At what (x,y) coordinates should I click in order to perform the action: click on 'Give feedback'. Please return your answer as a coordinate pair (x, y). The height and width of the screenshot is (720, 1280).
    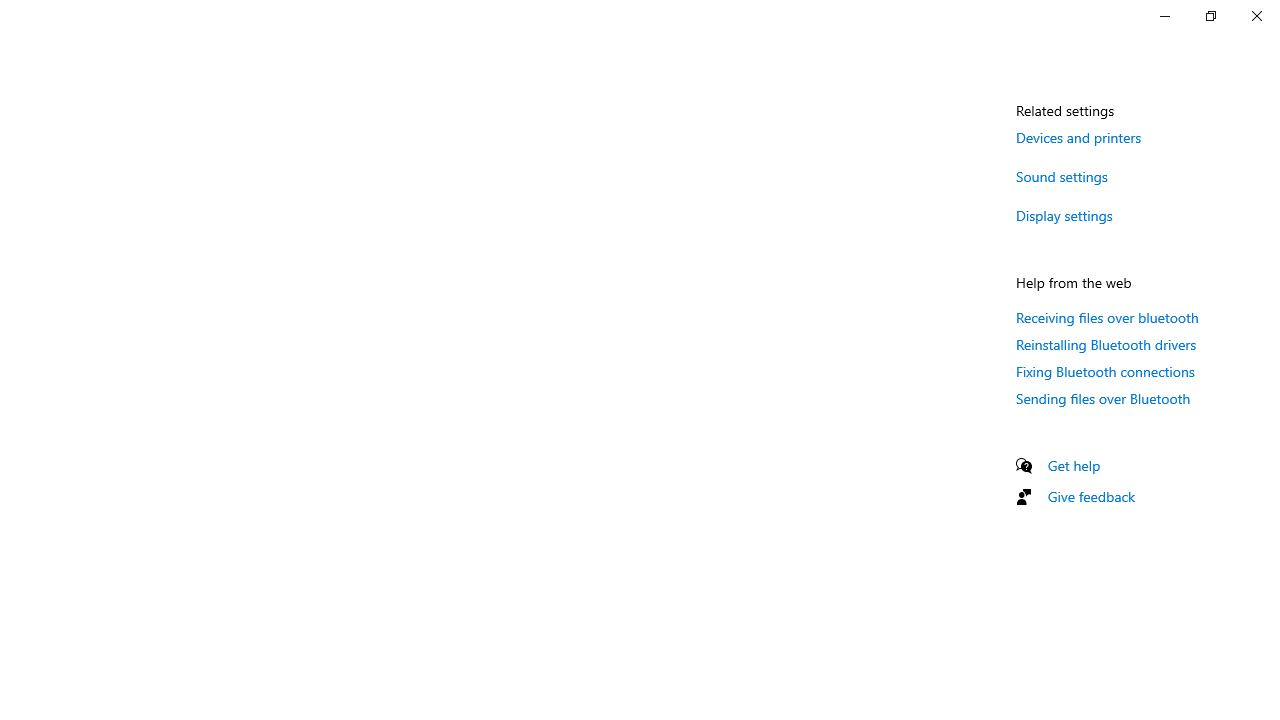
    Looking at the image, I should click on (1090, 495).